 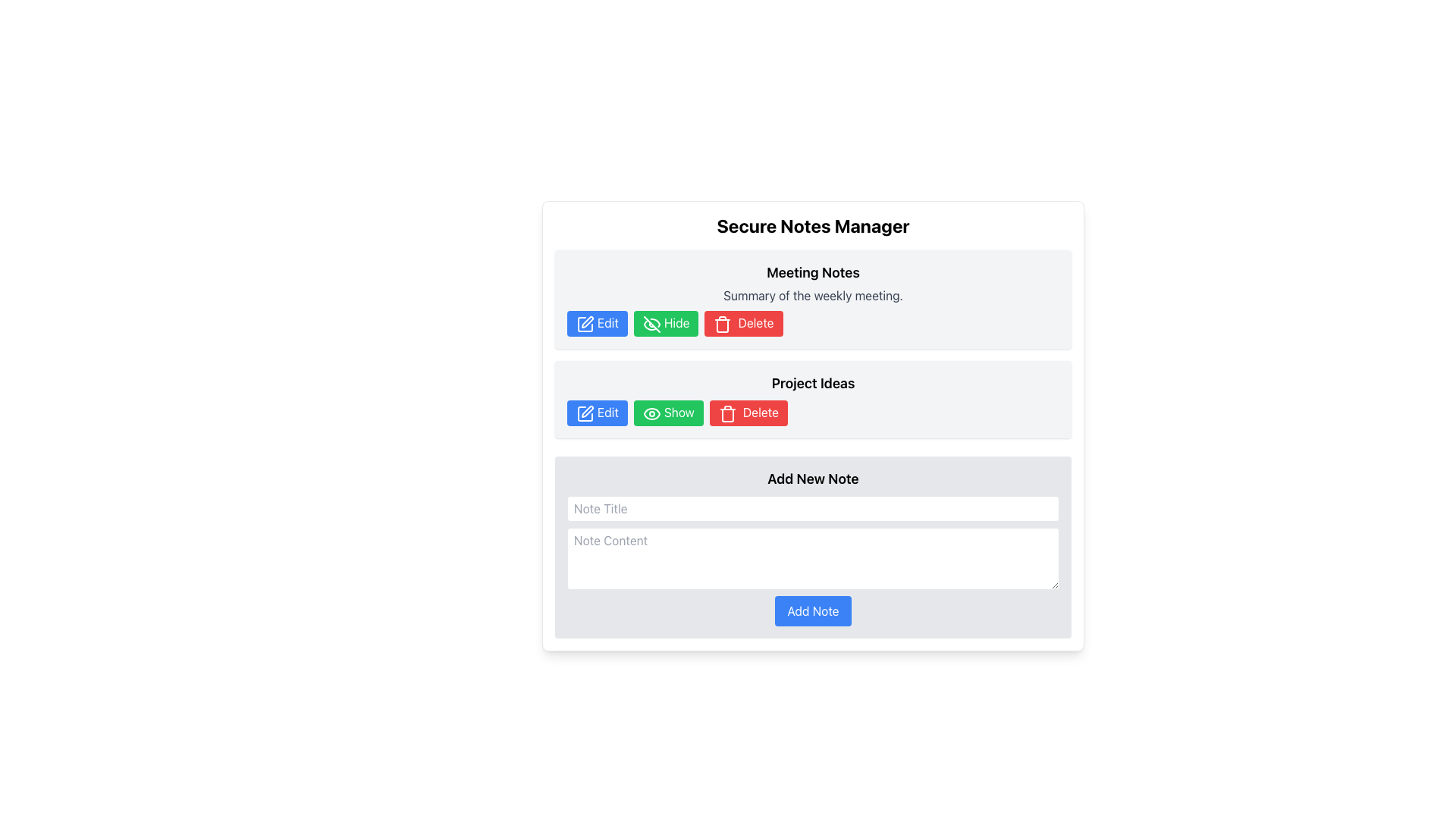 I want to click on the SVG icon within the second button of the 'Meeting Notes' section to hide the corresponding content, so click(x=651, y=323).